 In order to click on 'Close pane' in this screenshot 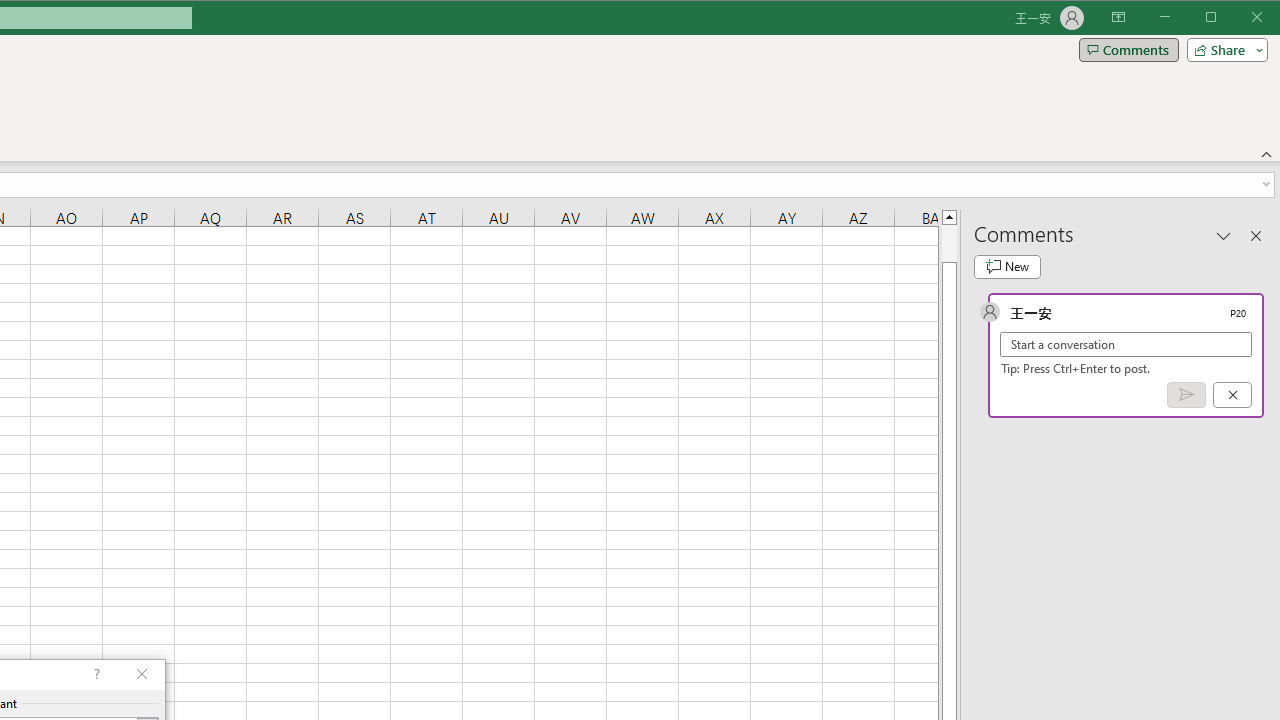, I will do `click(1255, 234)`.